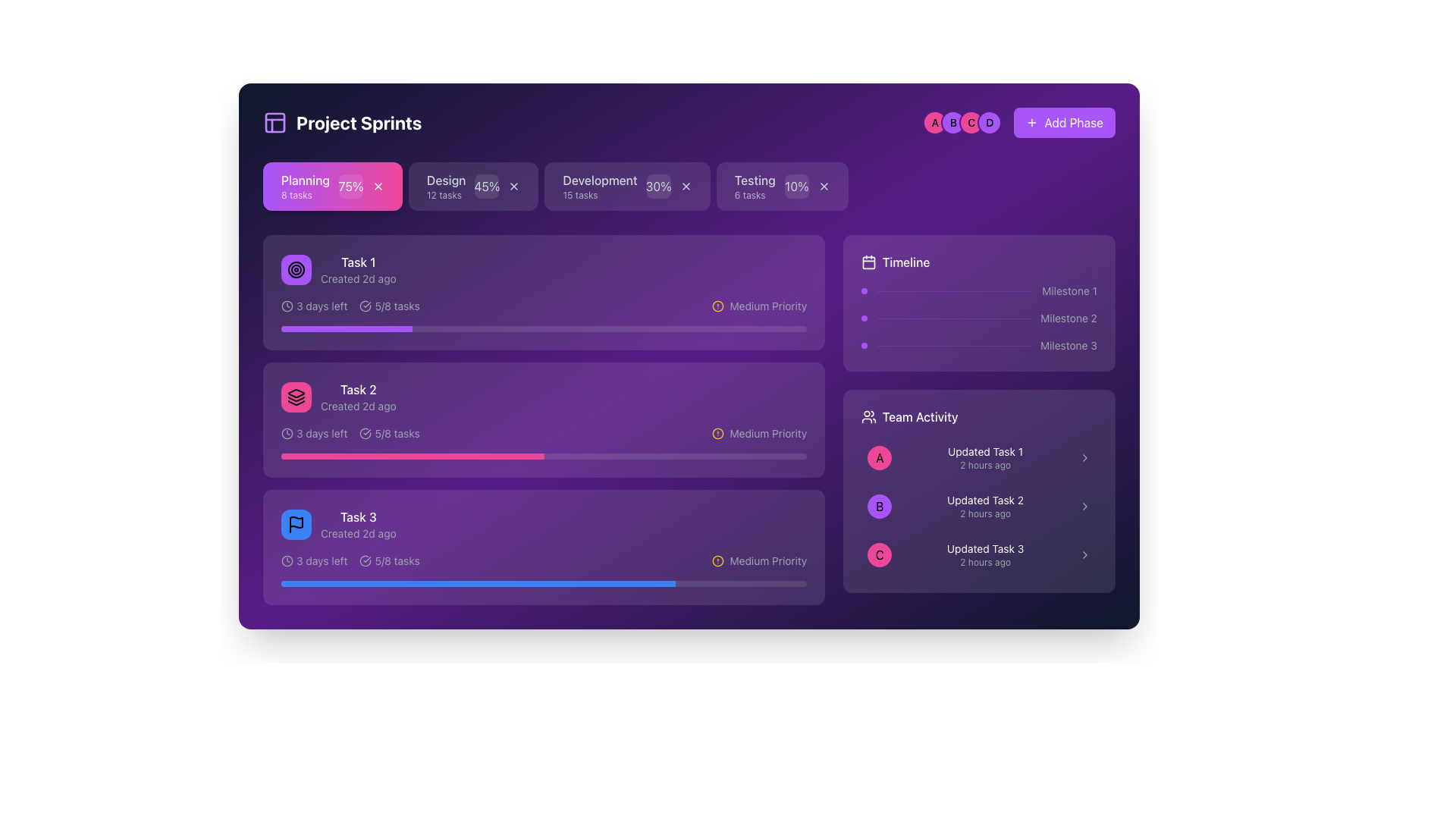 The image size is (1456, 819). What do you see at coordinates (357, 278) in the screenshot?
I see `the text label that indicates when the associated task was created, located below and aligned to the left of the bold title text 'Task 1'` at bounding box center [357, 278].